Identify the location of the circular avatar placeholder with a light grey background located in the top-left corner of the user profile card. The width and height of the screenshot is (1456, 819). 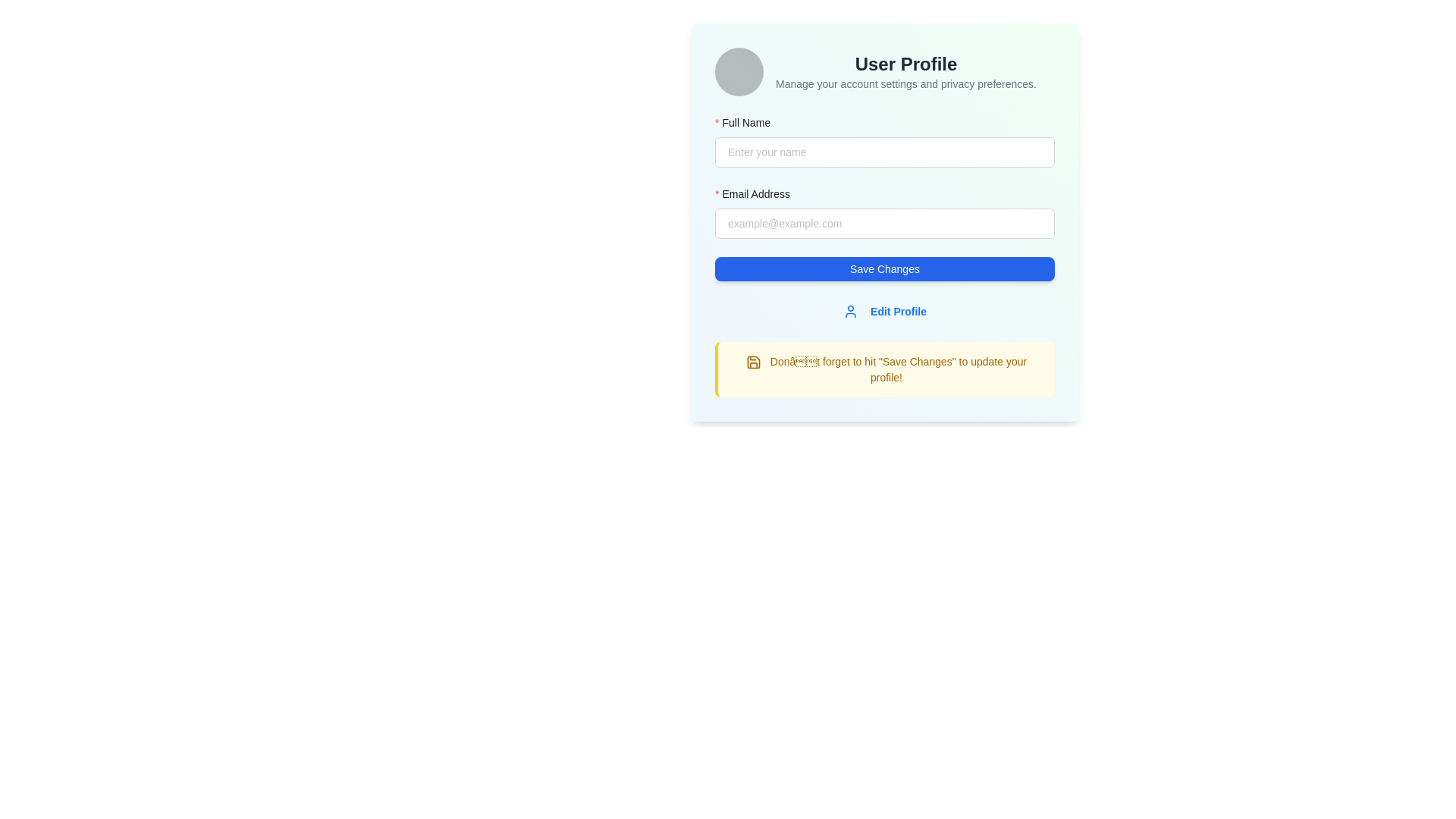
(739, 72).